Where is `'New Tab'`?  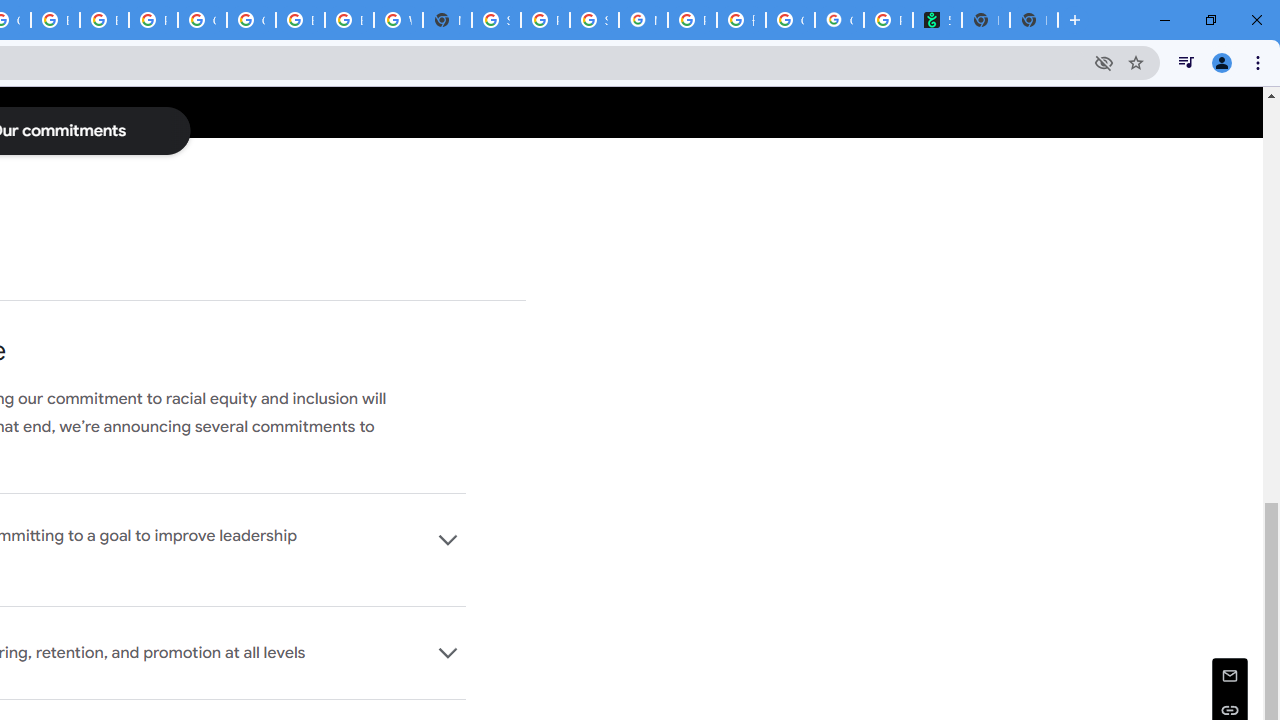
'New Tab' is located at coordinates (1034, 20).